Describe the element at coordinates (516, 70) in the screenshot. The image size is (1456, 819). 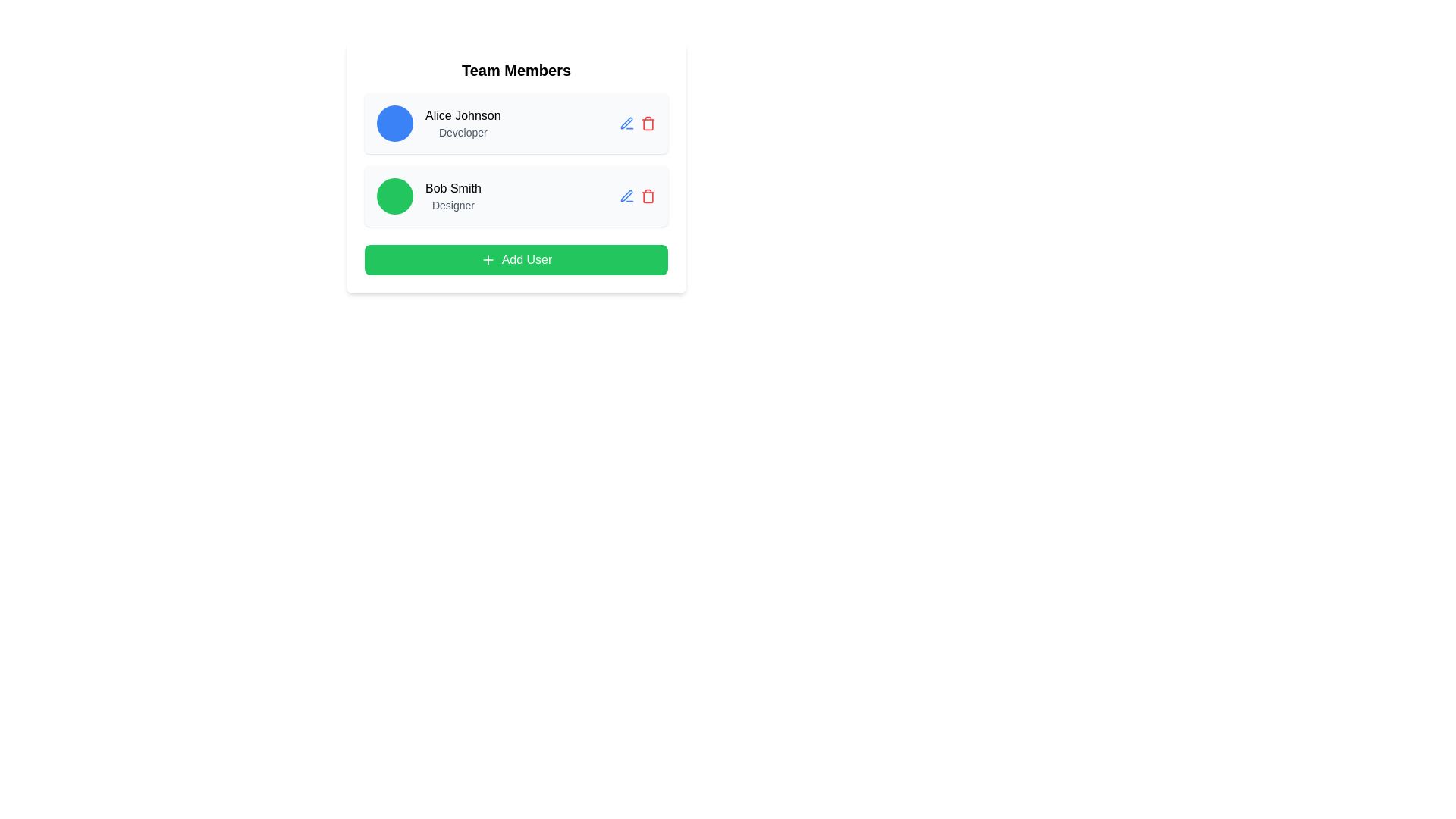
I see `the 'Team Members' label, which is a bold heading displayed at the top of the card content area and spans horizontally across the card` at that location.